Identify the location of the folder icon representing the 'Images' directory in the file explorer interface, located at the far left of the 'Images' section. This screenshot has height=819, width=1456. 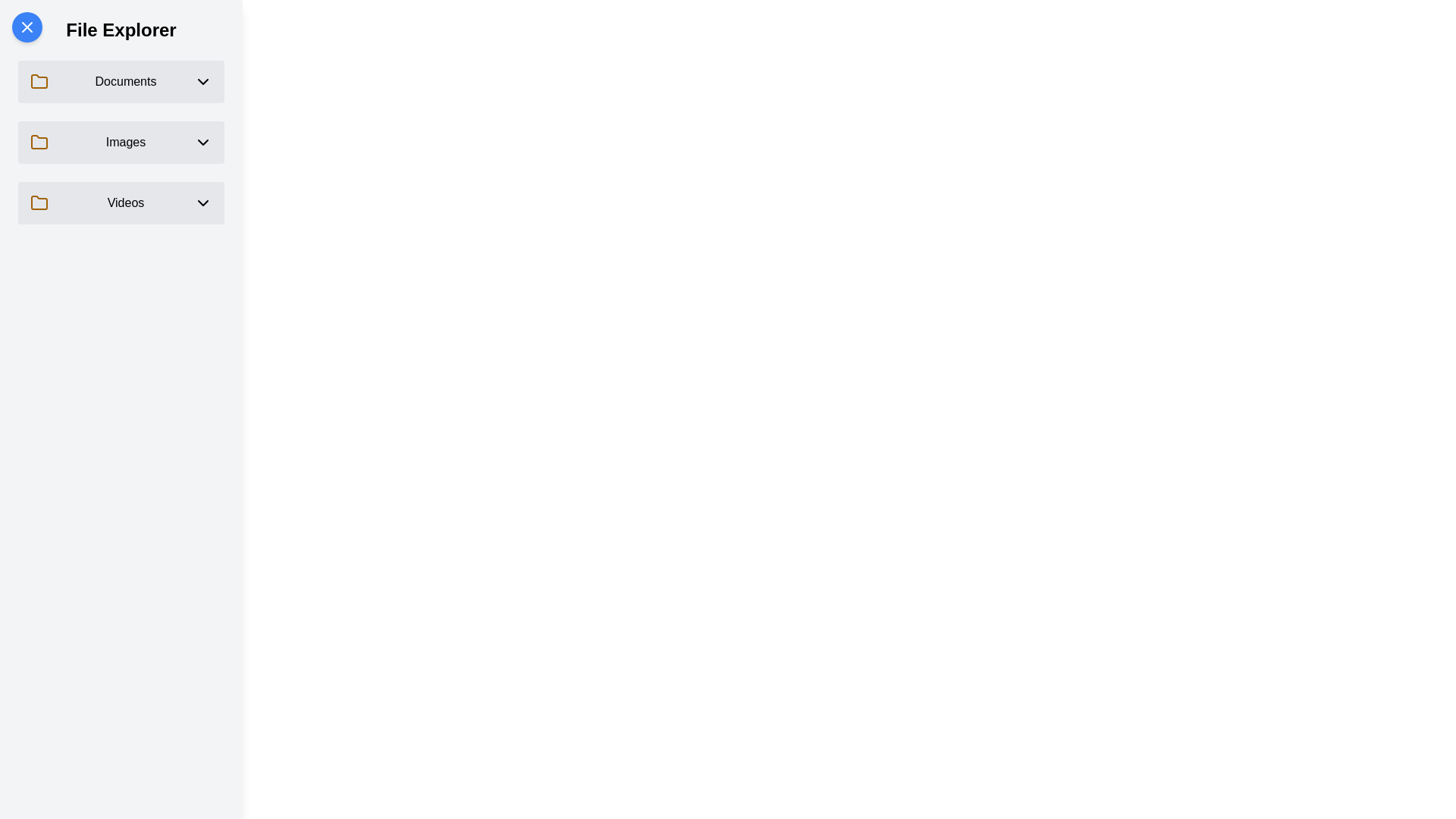
(39, 143).